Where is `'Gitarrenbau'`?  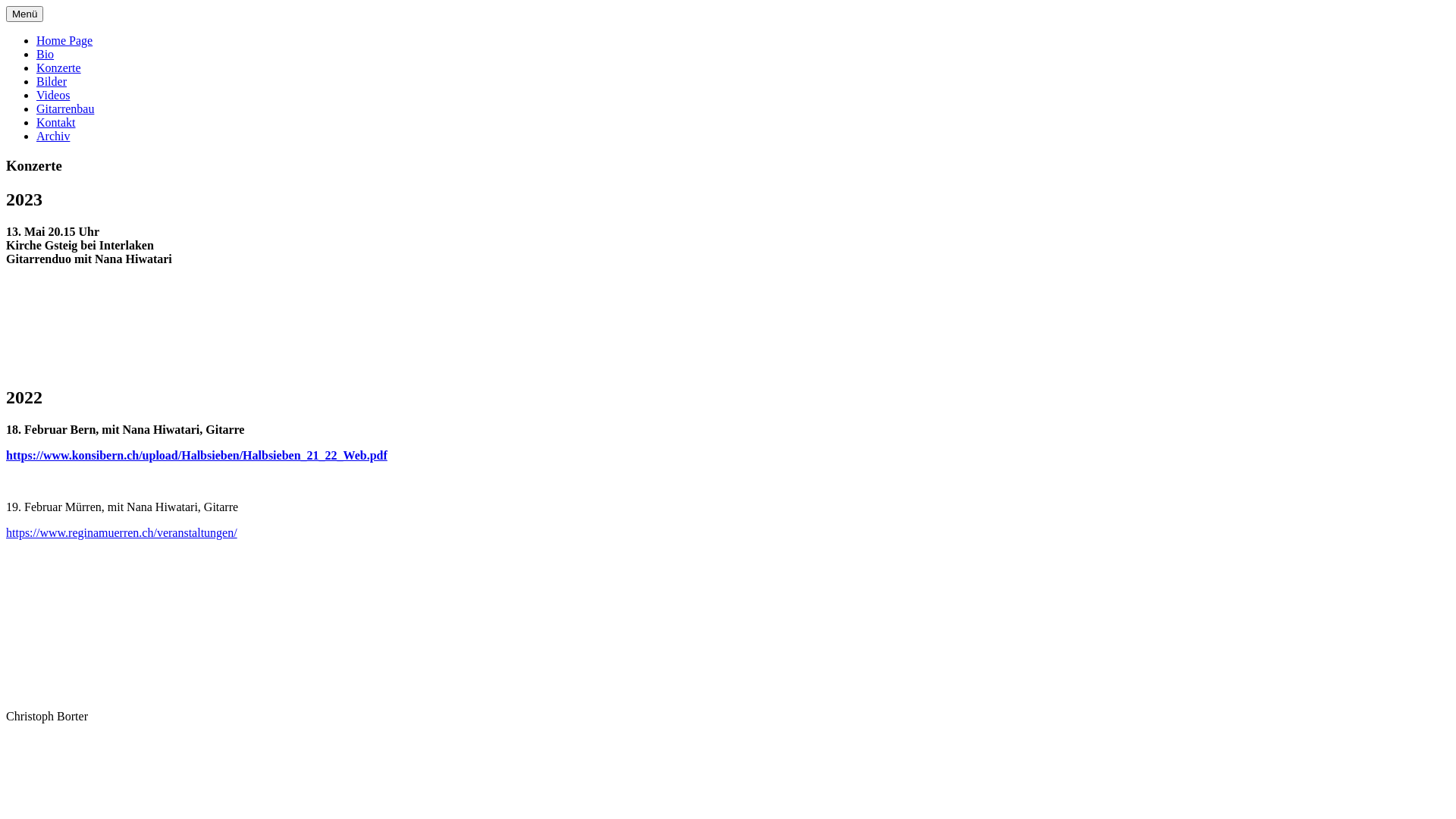
'Gitarrenbau' is located at coordinates (64, 108).